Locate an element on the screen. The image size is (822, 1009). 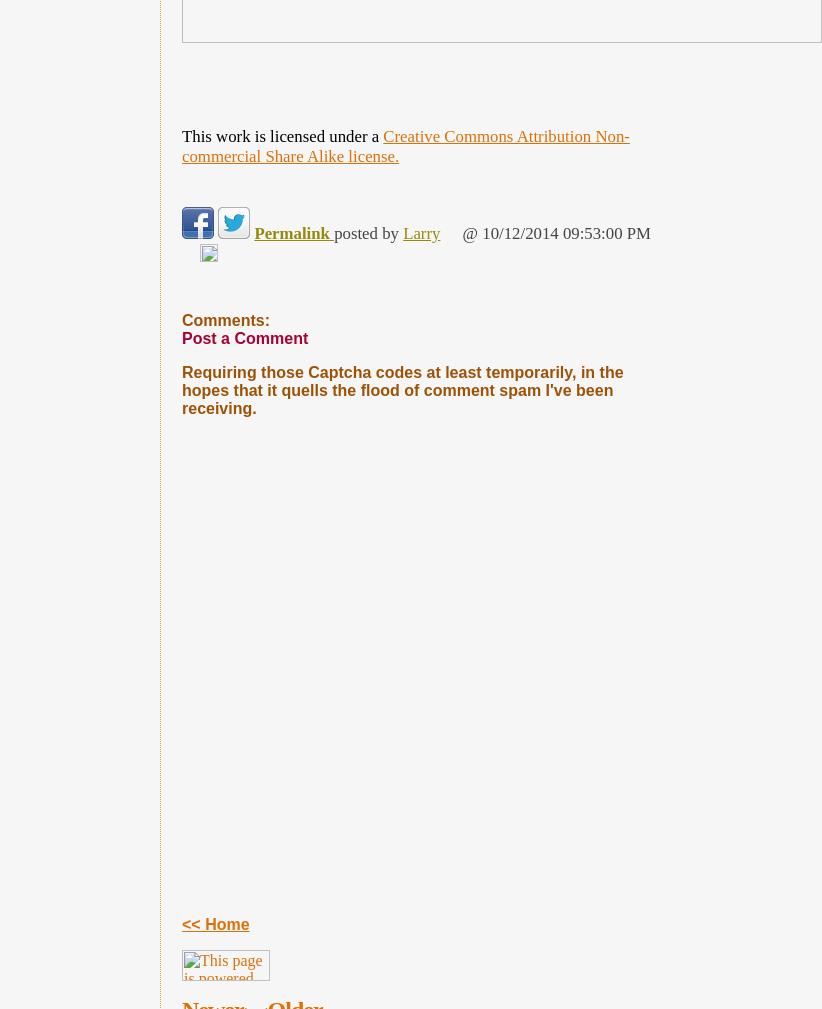
'Creative Commons Attribution Non-commercial Share Alike license.' is located at coordinates (405, 145).